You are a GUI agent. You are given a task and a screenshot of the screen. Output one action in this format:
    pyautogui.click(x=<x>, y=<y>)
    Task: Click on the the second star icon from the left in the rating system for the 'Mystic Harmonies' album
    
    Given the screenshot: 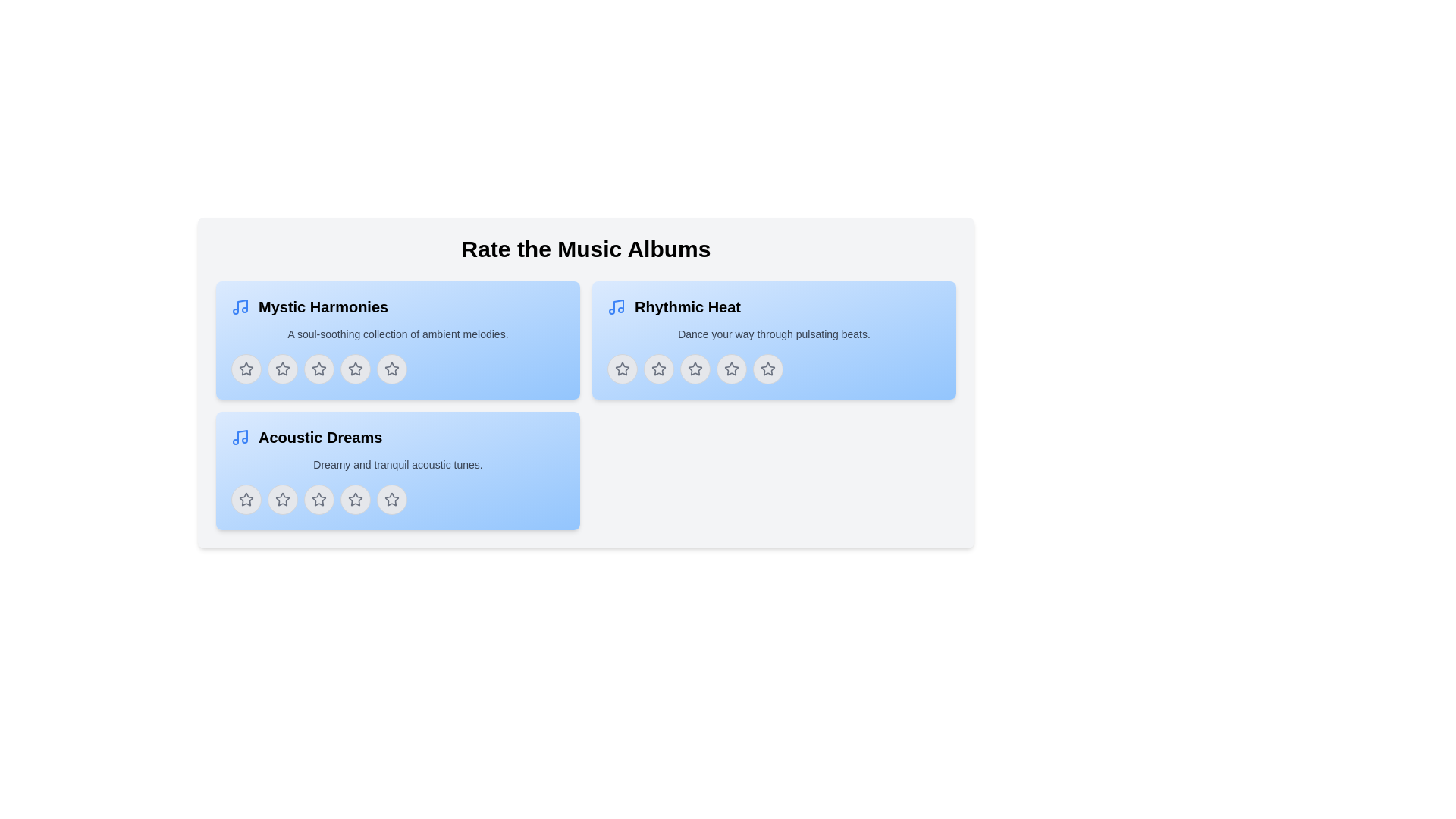 What is the action you would take?
    pyautogui.click(x=318, y=369)
    